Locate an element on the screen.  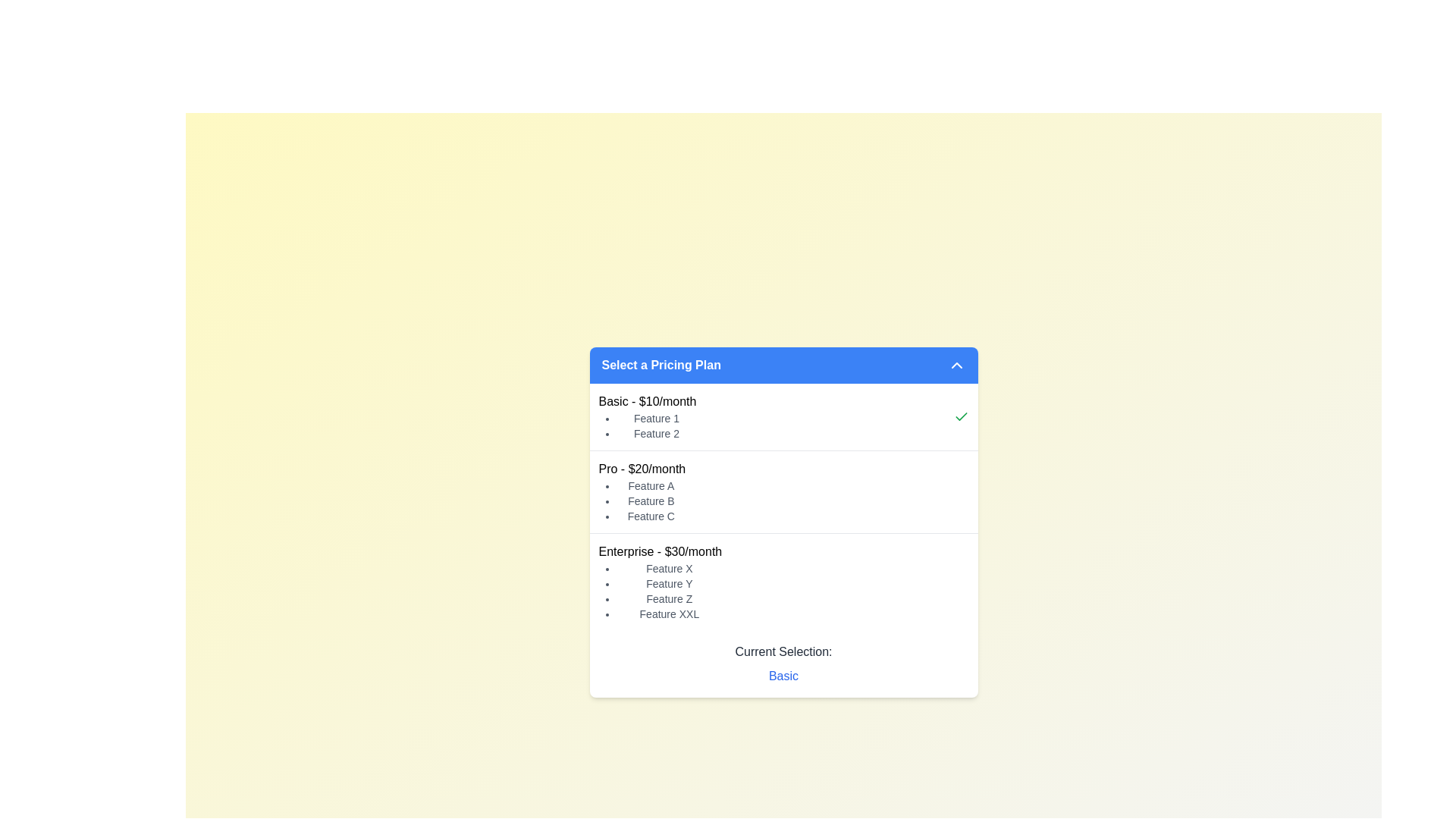
the static text that describes a feature of the 'Basic - $10/month' pricing plan, which is the second item in a bulleted list under this section is located at coordinates (656, 433).